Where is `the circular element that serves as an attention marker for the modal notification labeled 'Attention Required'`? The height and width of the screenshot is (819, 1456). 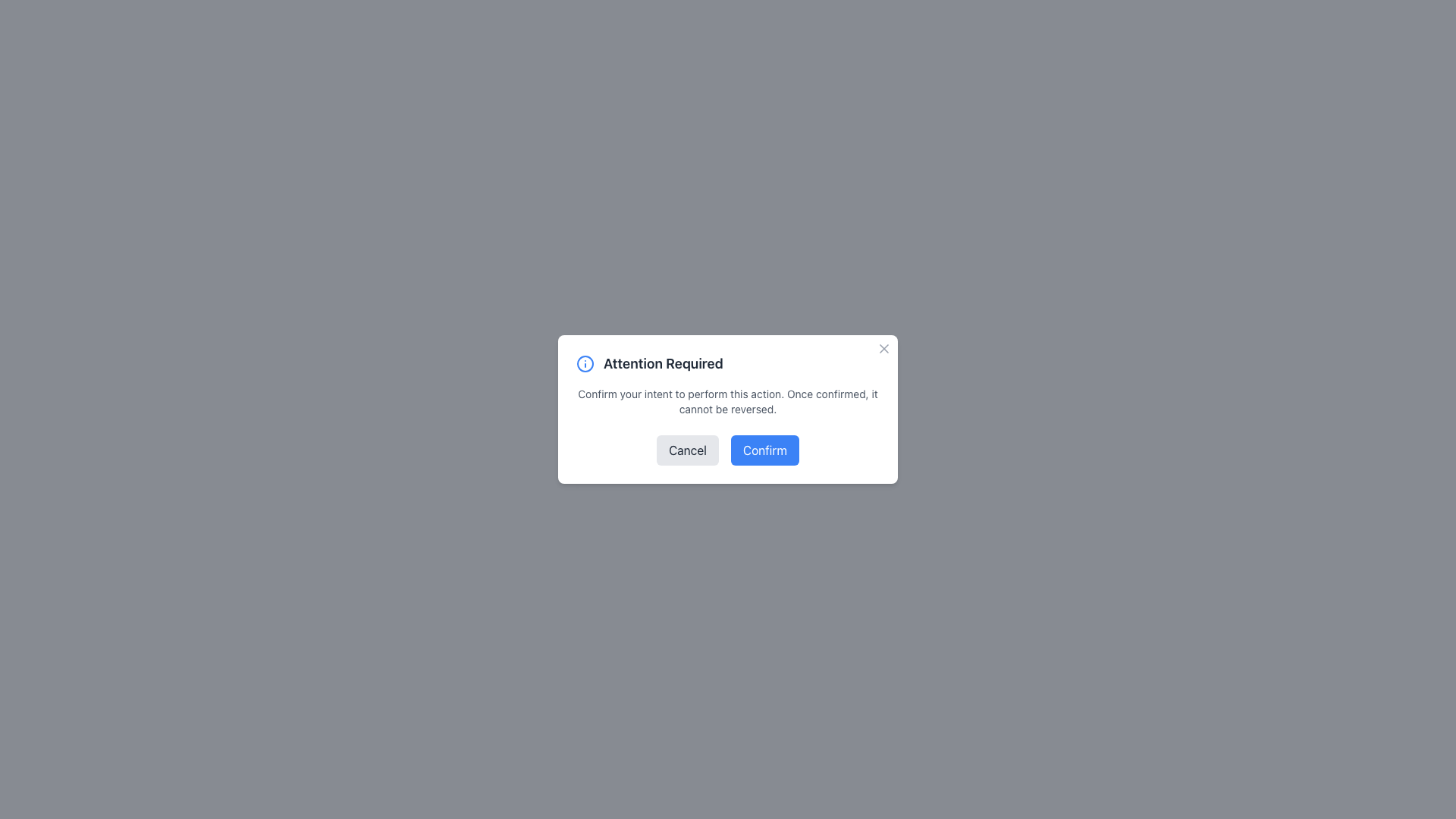
the circular element that serves as an attention marker for the modal notification labeled 'Attention Required' is located at coordinates (585, 363).